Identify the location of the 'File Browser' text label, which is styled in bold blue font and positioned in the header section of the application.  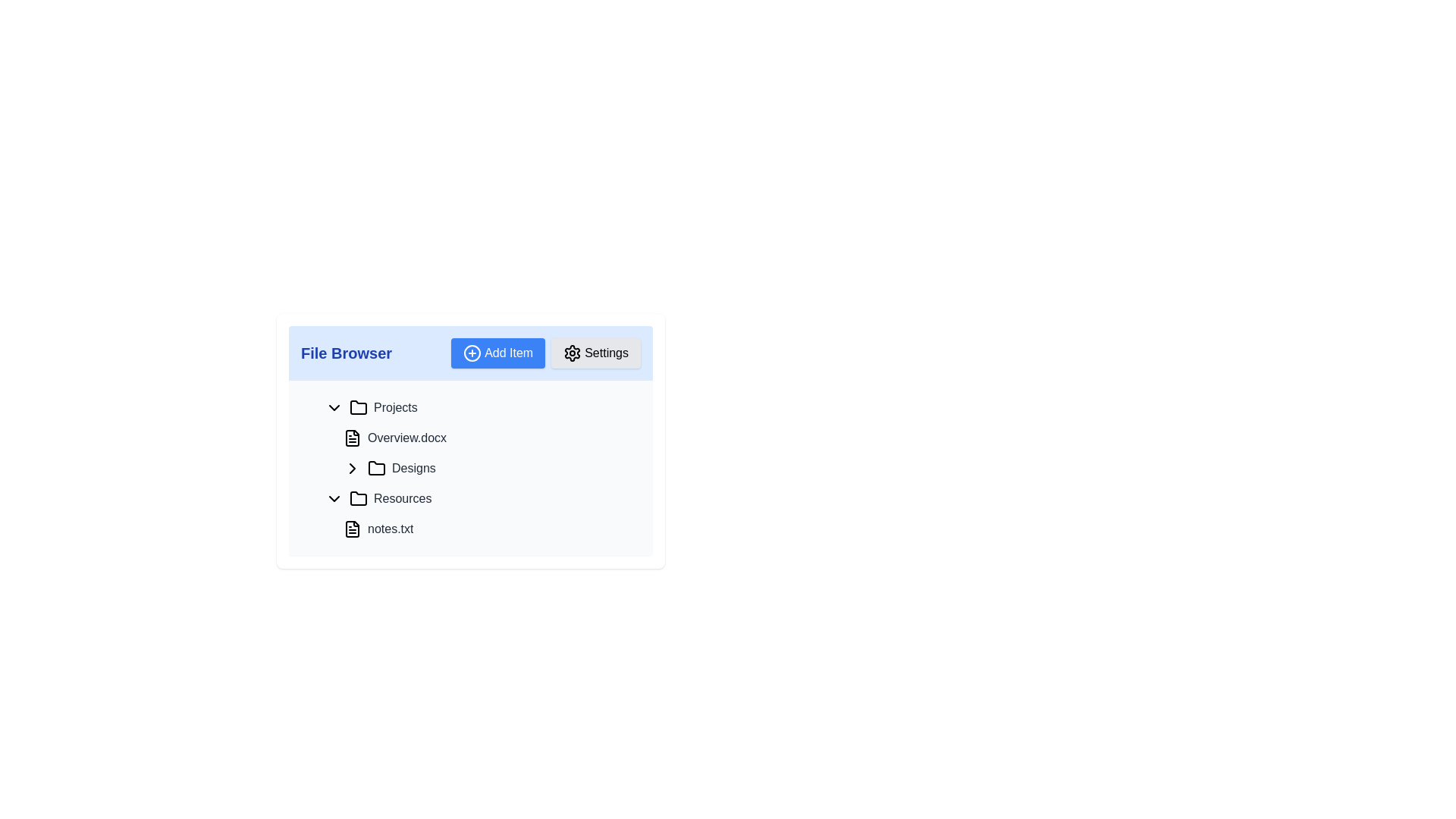
(345, 353).